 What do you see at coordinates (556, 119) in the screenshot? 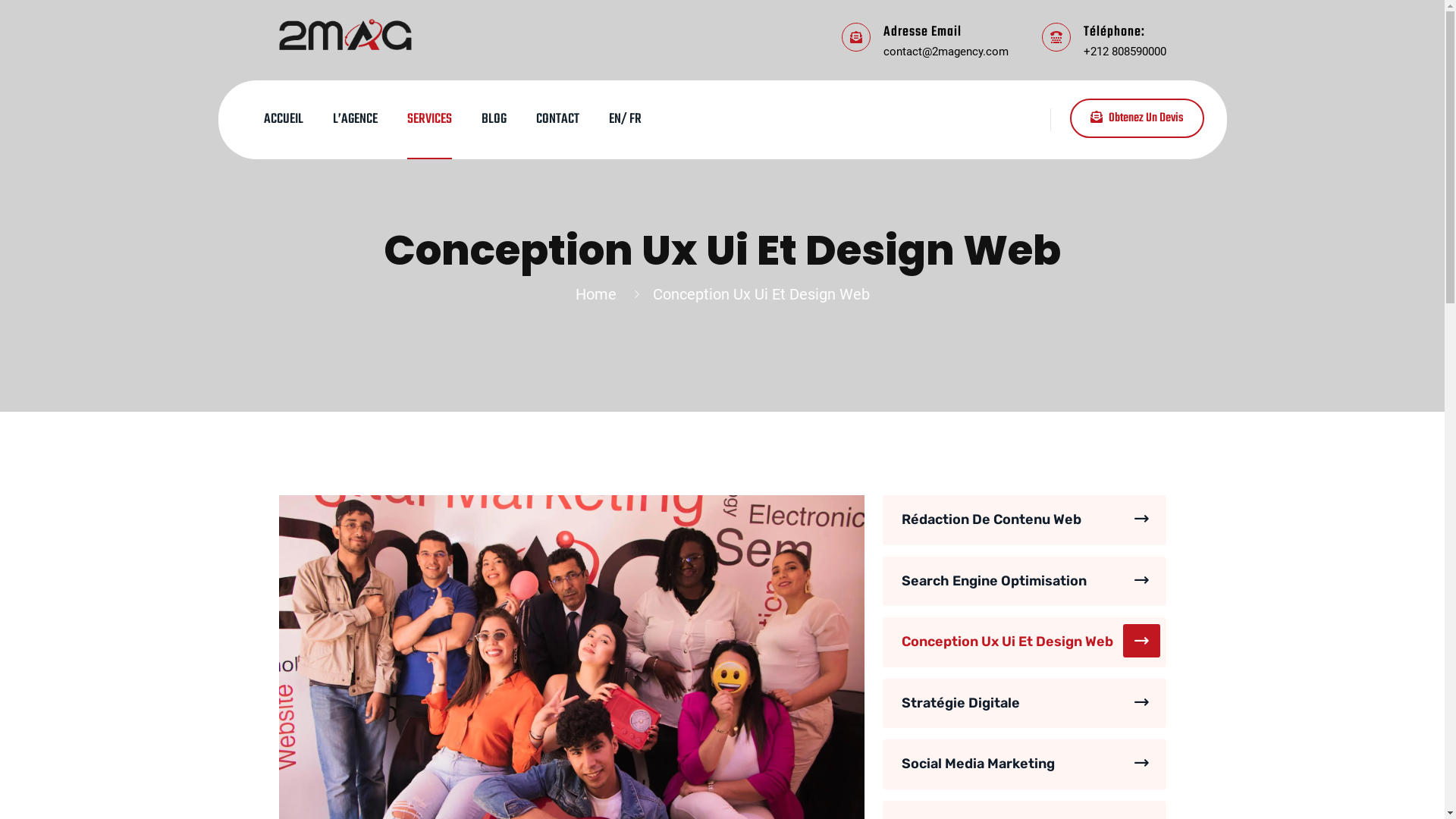
I see `'CONTACT'` at bounding box center [556, 119].